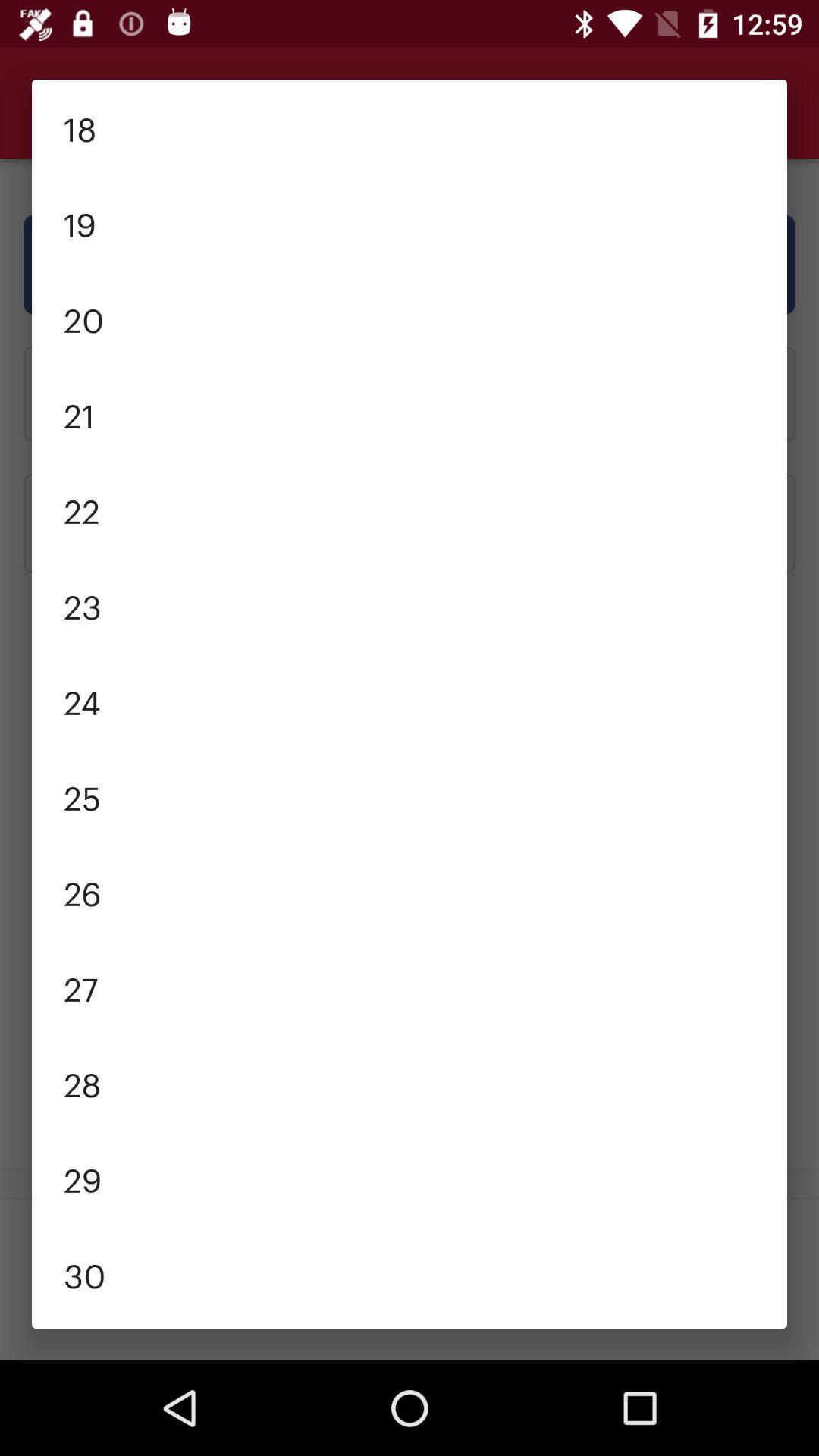  I want to click on the 19 item, so click(409, 221).